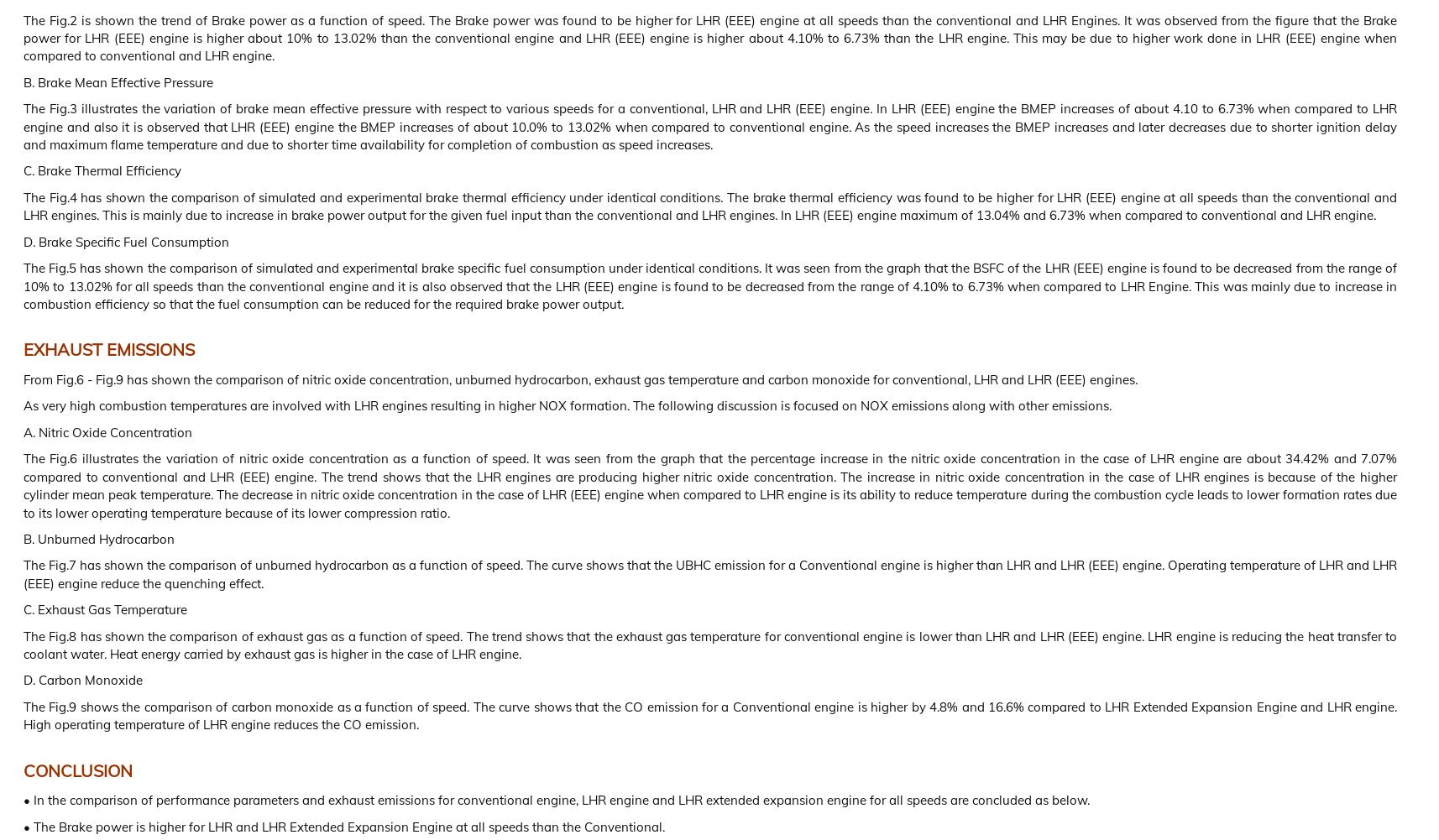 This screenshot has width=1439, height=840. Describe the element at coordinates (710, 644) in the screenshot. I see `'The Fig.8 has shown the comparison of exhaust gas as a function of speed. The trend shows that the exhaust
gas temperature for conventional engine is lower than LHR and LHR (EEE) engine. LHR engine is reducing the heat
transfer to coolant water. Heat energy carried by exhaust gas is higher in the case of LHR engine.'` at that location.